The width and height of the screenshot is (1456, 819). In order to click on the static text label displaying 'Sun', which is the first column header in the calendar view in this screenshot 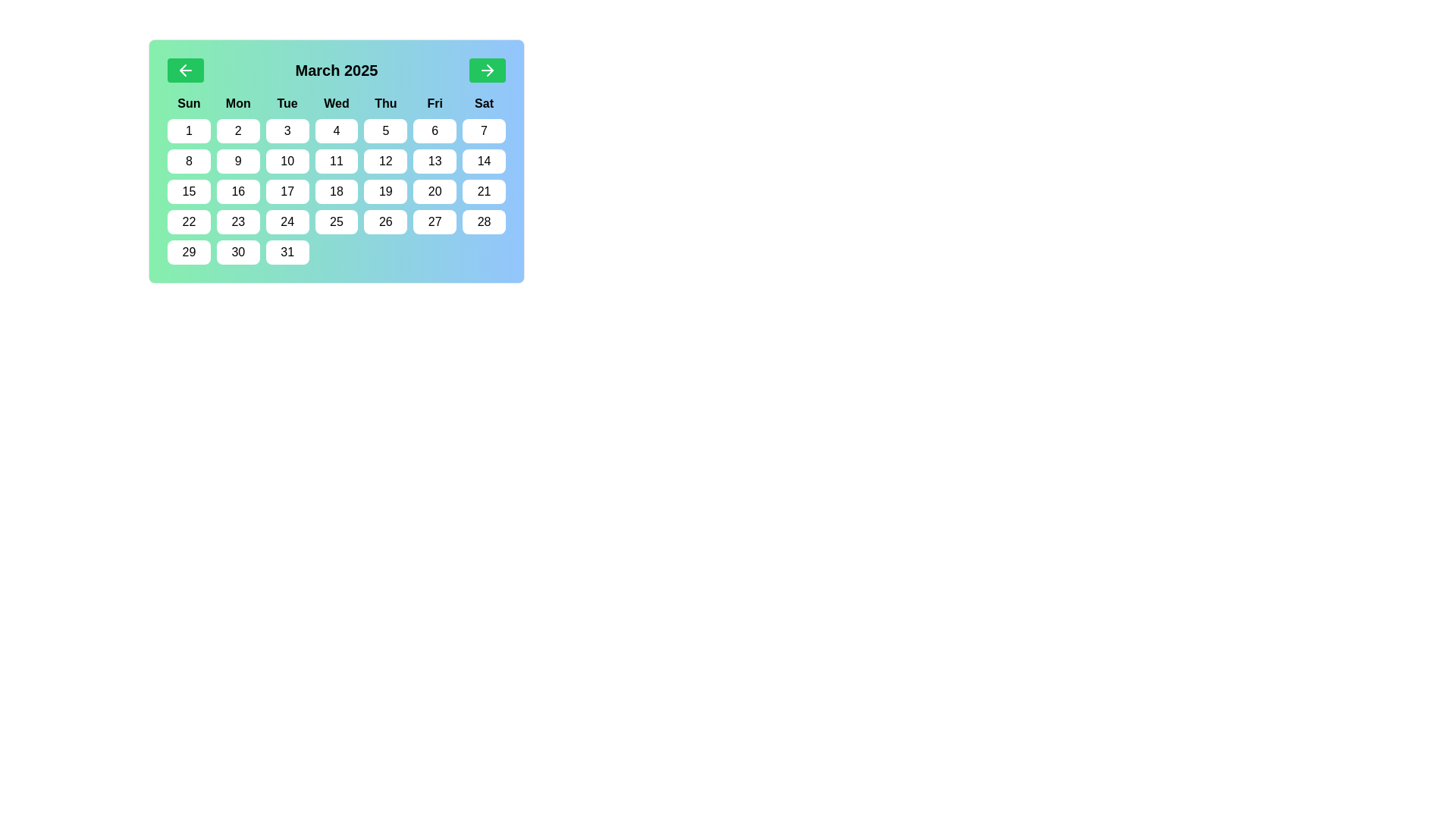, I will do `click(188, 103)`.